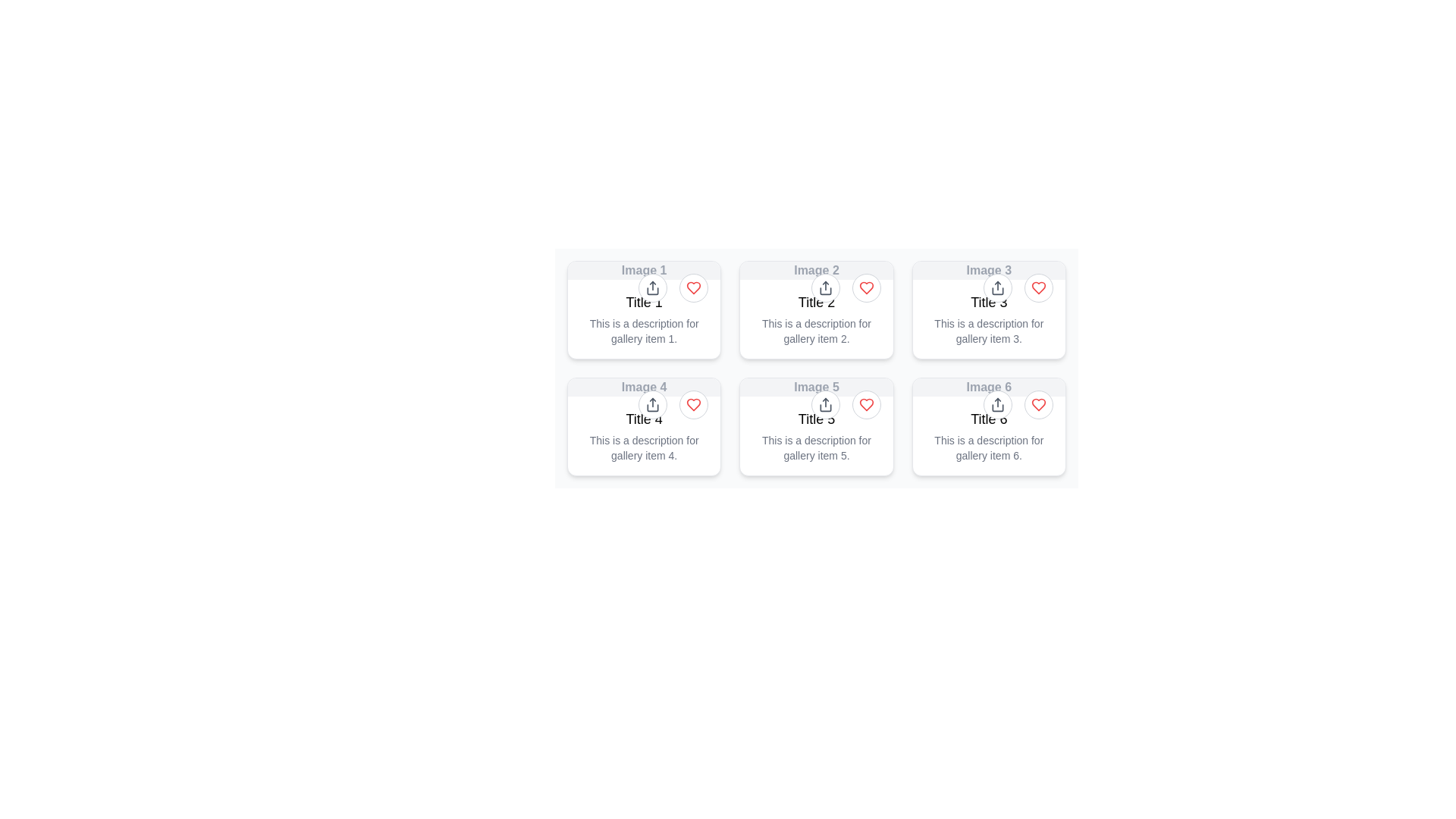 This screenshot has width=1456, height=819. Describe the element at coordinates (693, 403) in the screenshot. I see `the circular button with a white background, gray border, and red heart icon located in the top-right corner of the card labeled 'Image 4 Title 4'` at that location.